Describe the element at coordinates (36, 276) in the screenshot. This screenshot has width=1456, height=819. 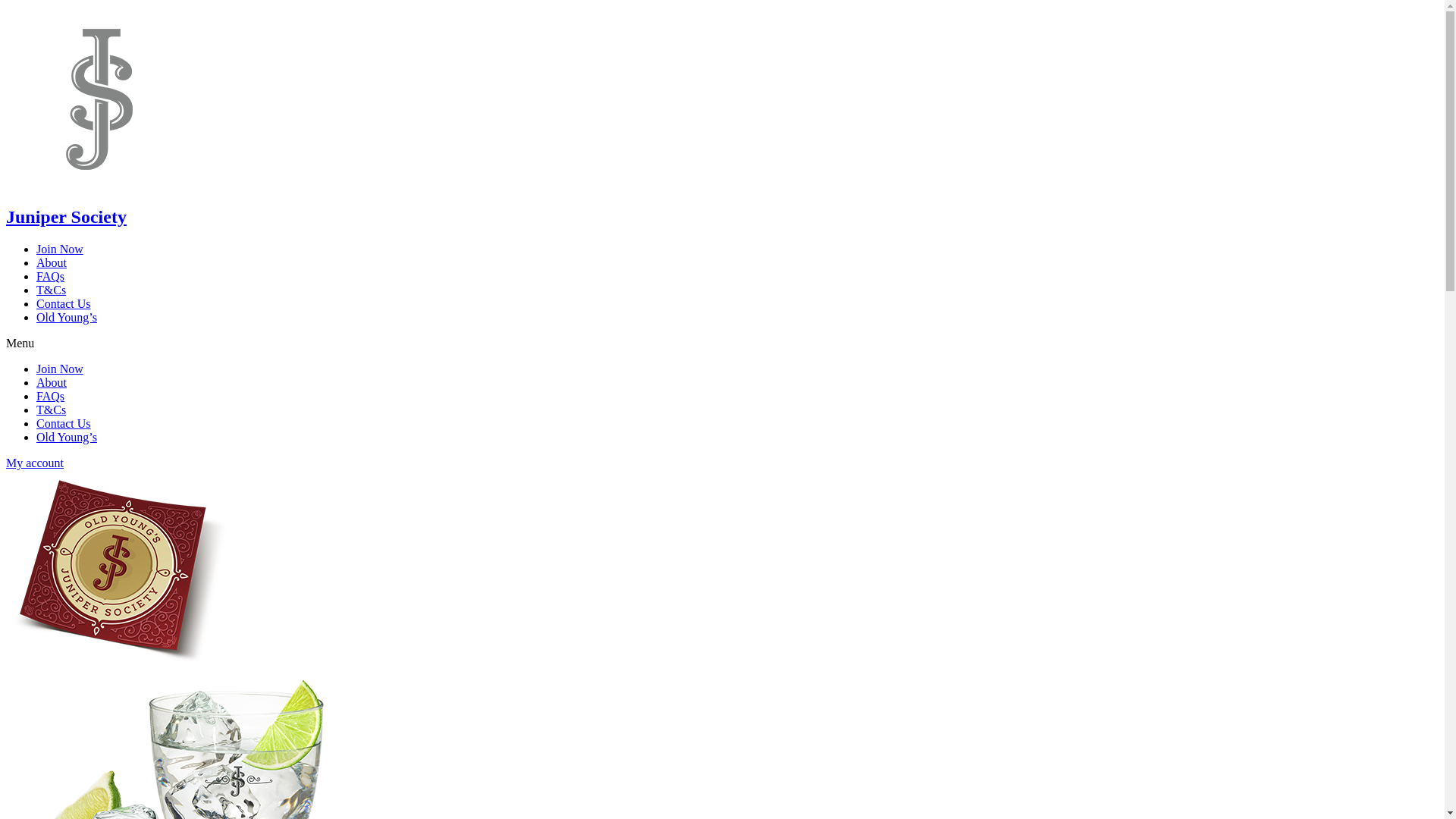
I see `'FAQs'` at that location.